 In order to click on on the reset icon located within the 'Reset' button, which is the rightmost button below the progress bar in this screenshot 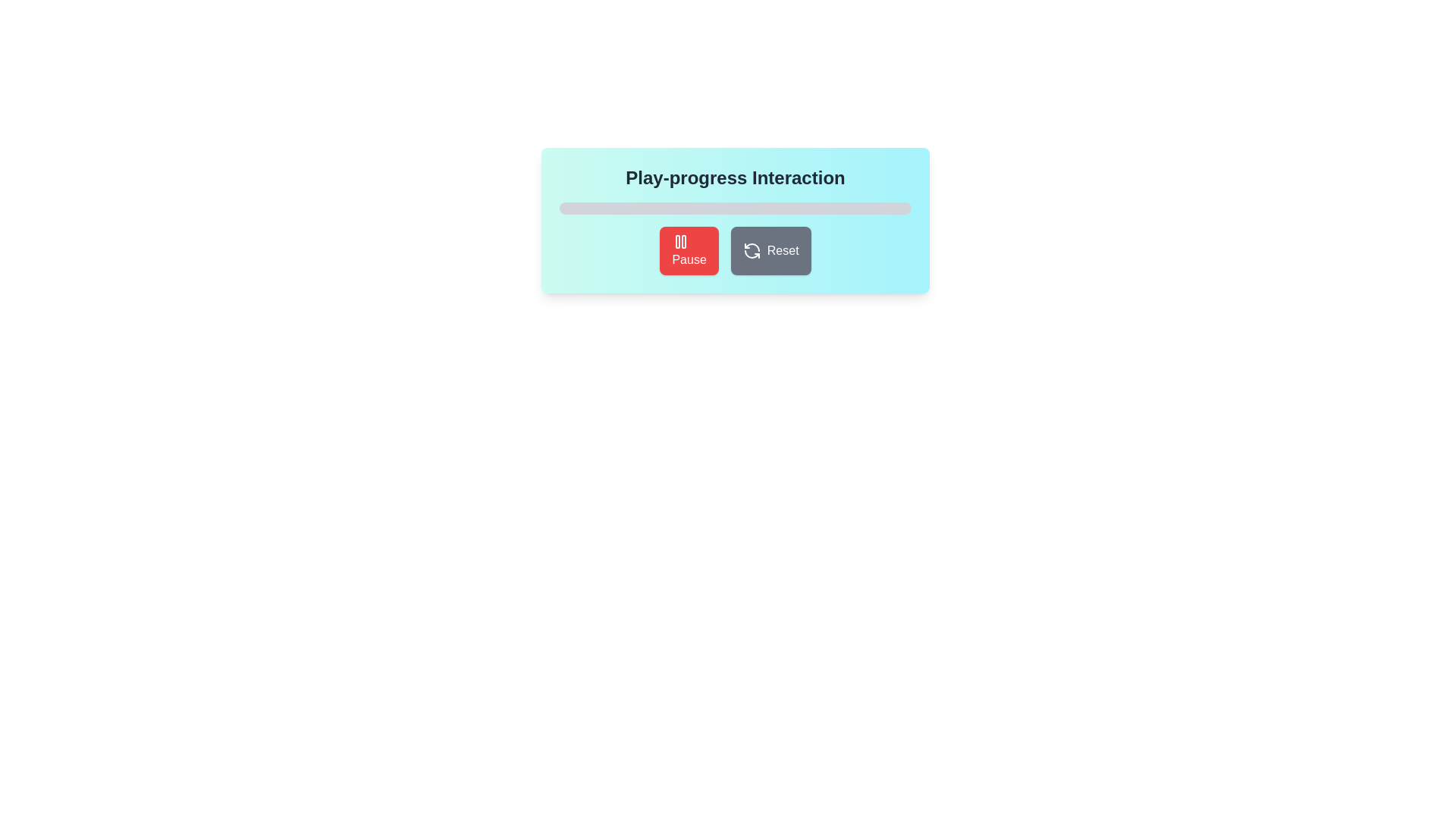, I will do `click(752, 250)`.